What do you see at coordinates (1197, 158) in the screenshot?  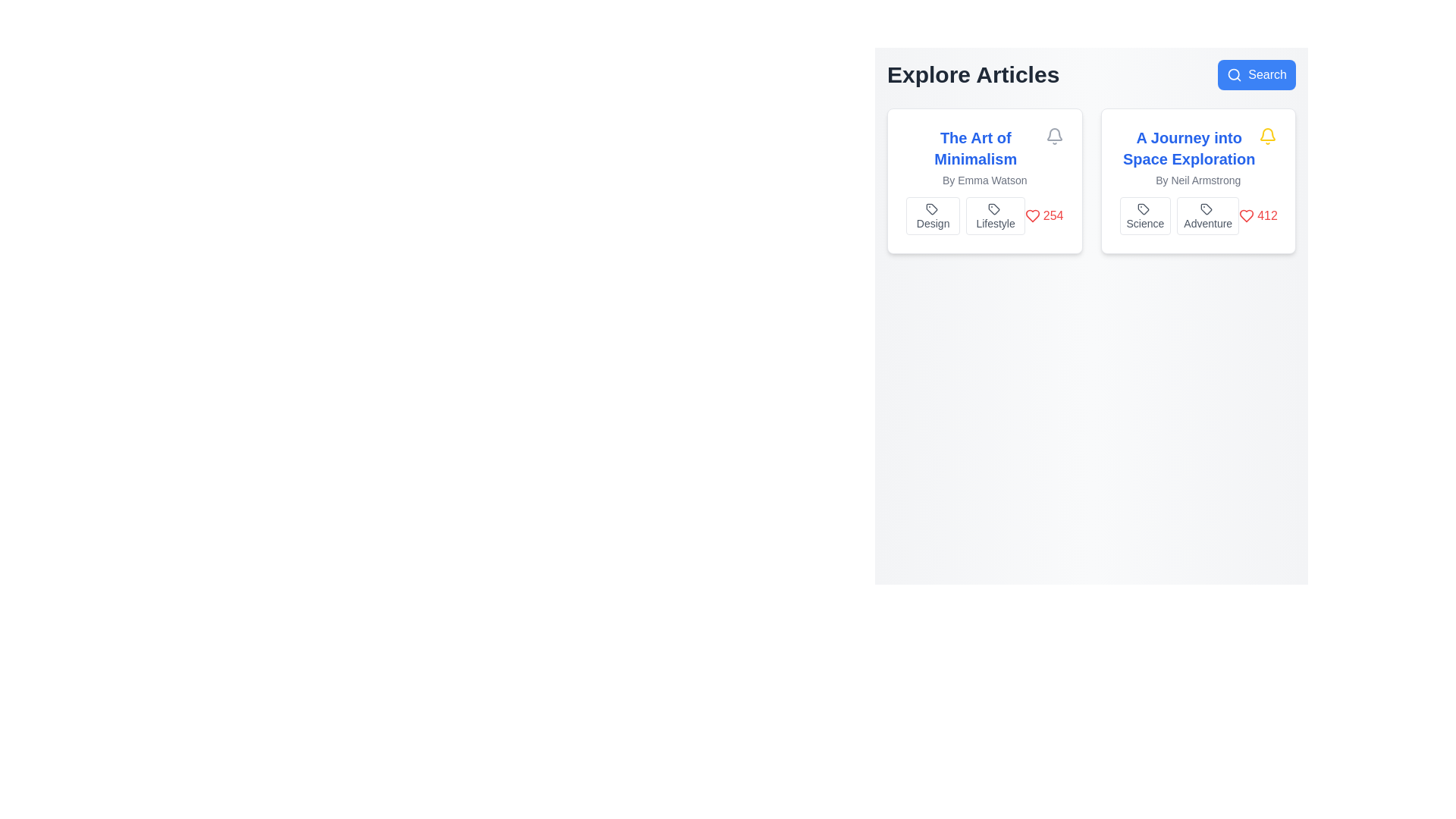 I see `the title and author information area of the article summary card located at the top section below the notification icon and above the tags and like count, specifically for the second card in a row of two cards` at bounding box center [1197, 158].